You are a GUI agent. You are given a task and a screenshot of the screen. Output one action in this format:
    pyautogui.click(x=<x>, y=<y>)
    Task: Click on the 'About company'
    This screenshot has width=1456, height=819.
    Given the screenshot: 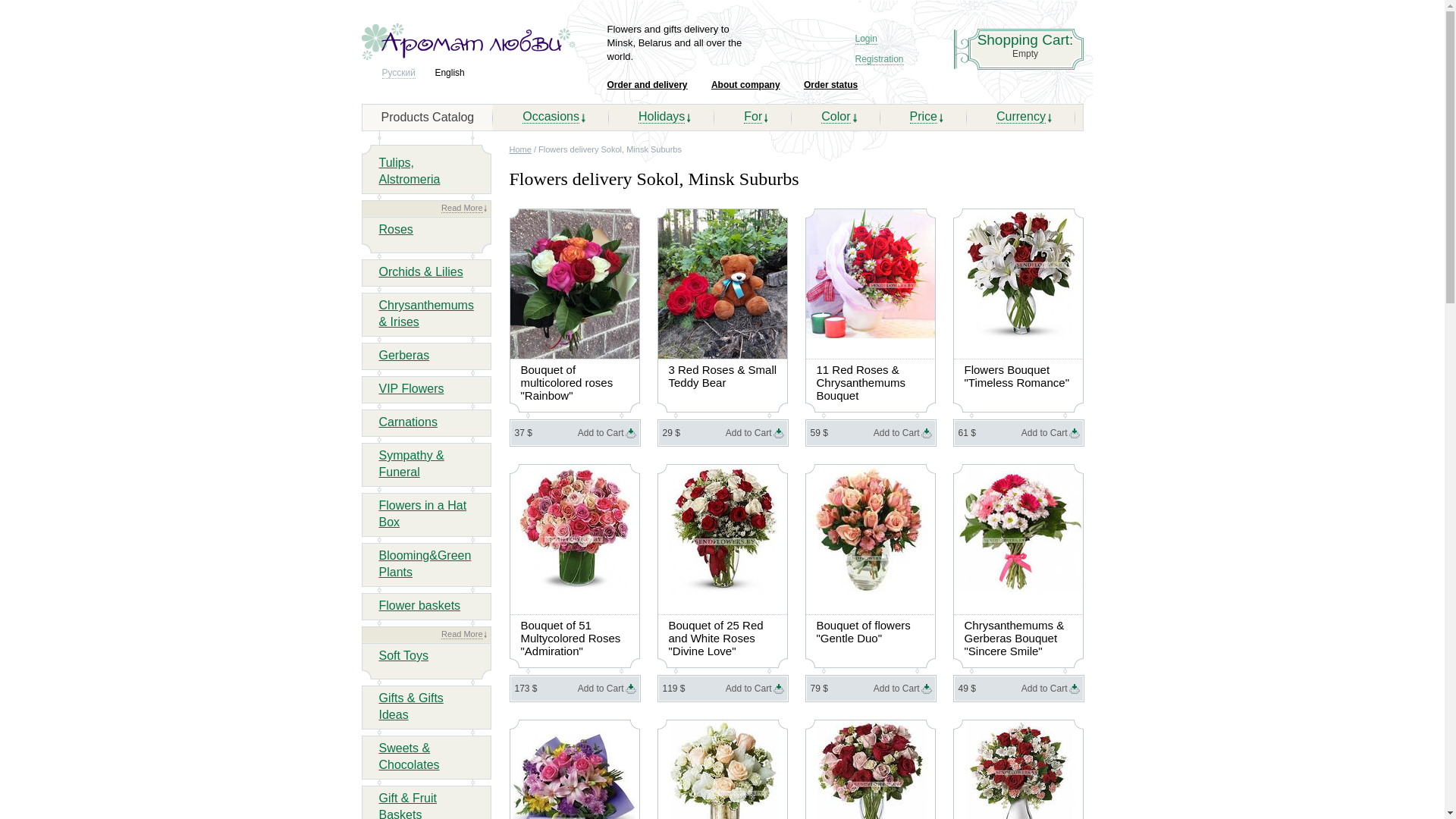 What is the action you would take?
    pyautogui.click(x=745, y=84)
    